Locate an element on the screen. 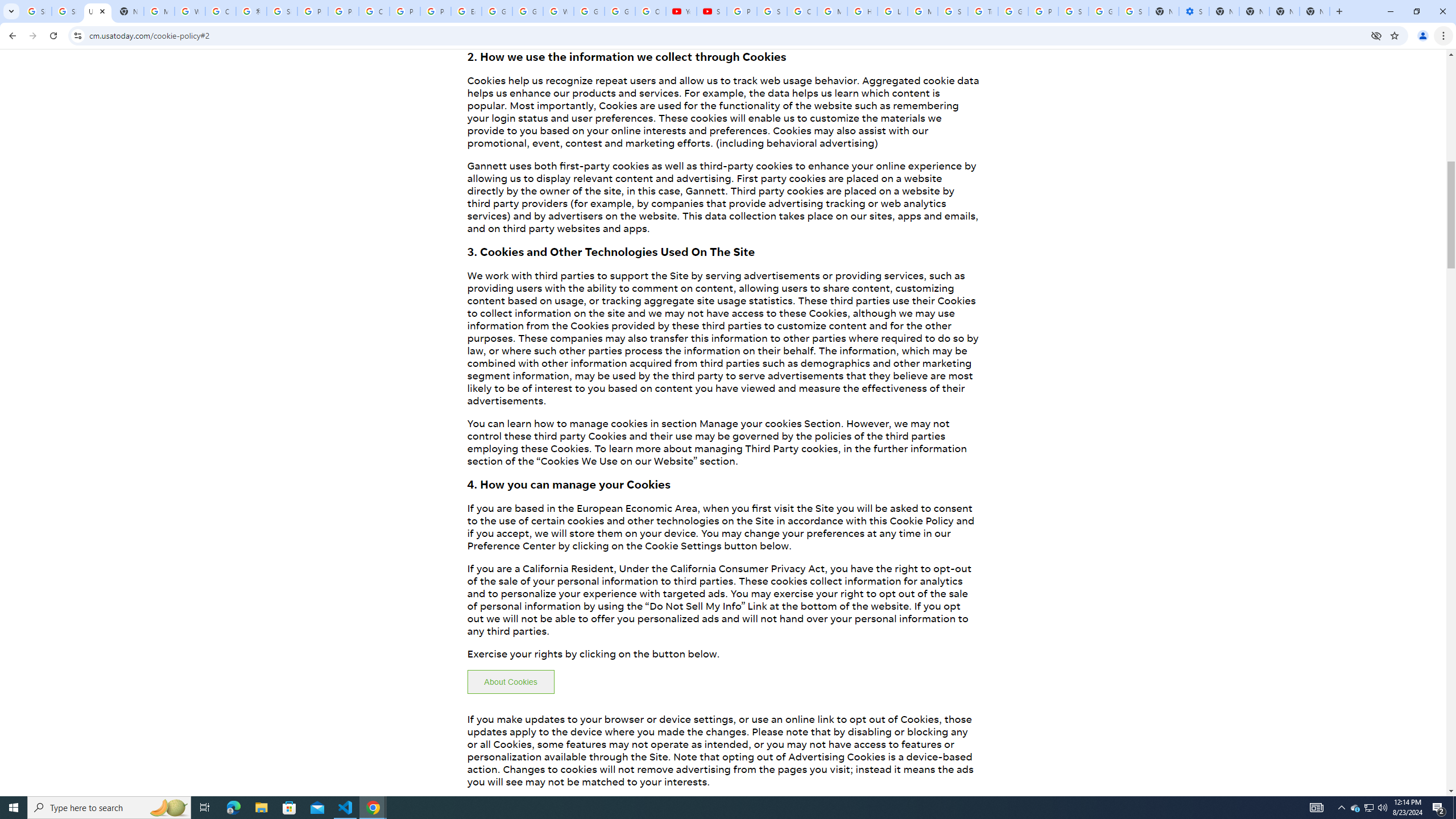  'Welcome to My Activity' is located at coordinates (559, 11).